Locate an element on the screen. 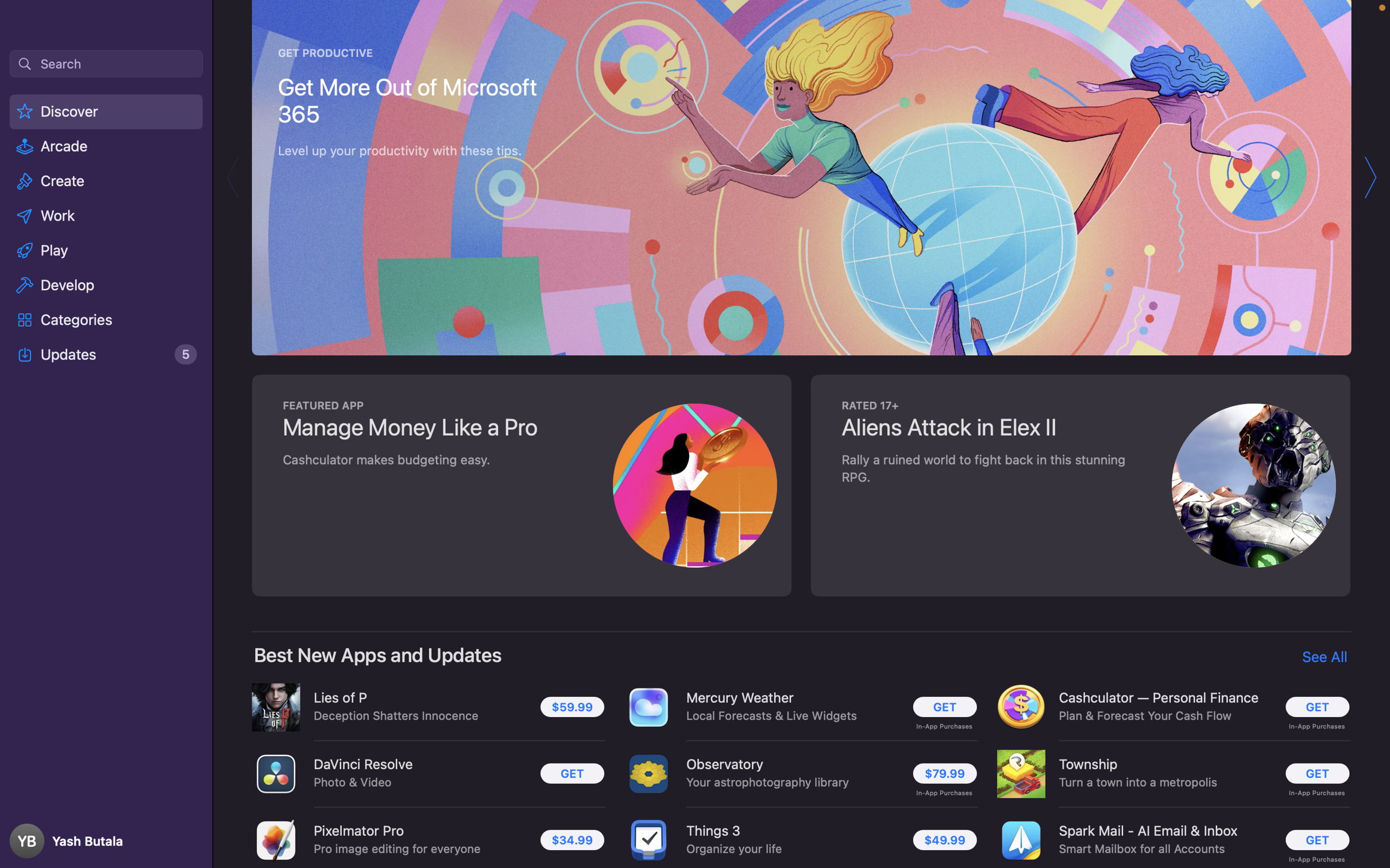 The image size is (1390, 868). the "Play" page is located at coordinates (106, 249).